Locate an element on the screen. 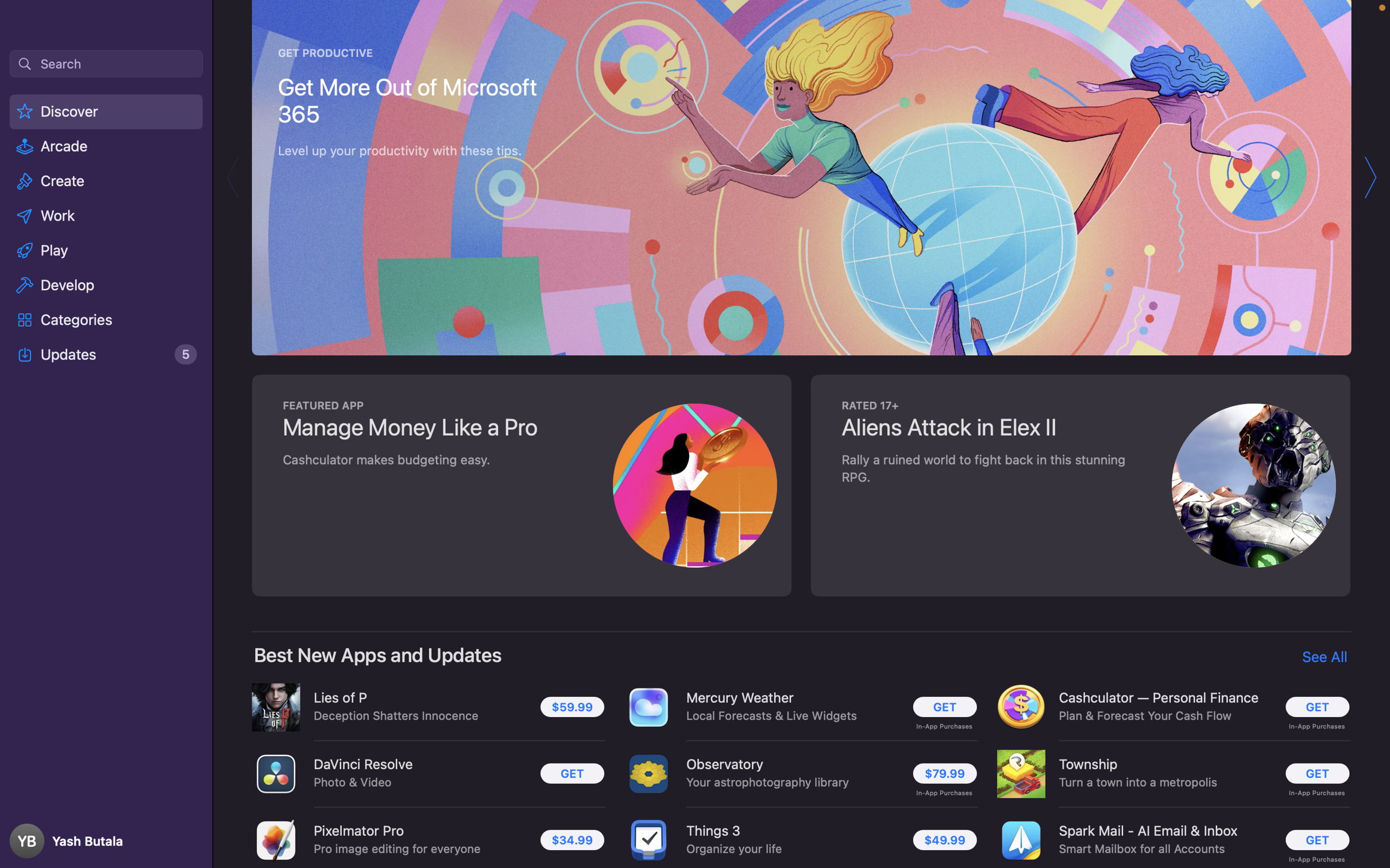 The image size is (1390, 868). the "Play" page is located at coordinates (106, 249).